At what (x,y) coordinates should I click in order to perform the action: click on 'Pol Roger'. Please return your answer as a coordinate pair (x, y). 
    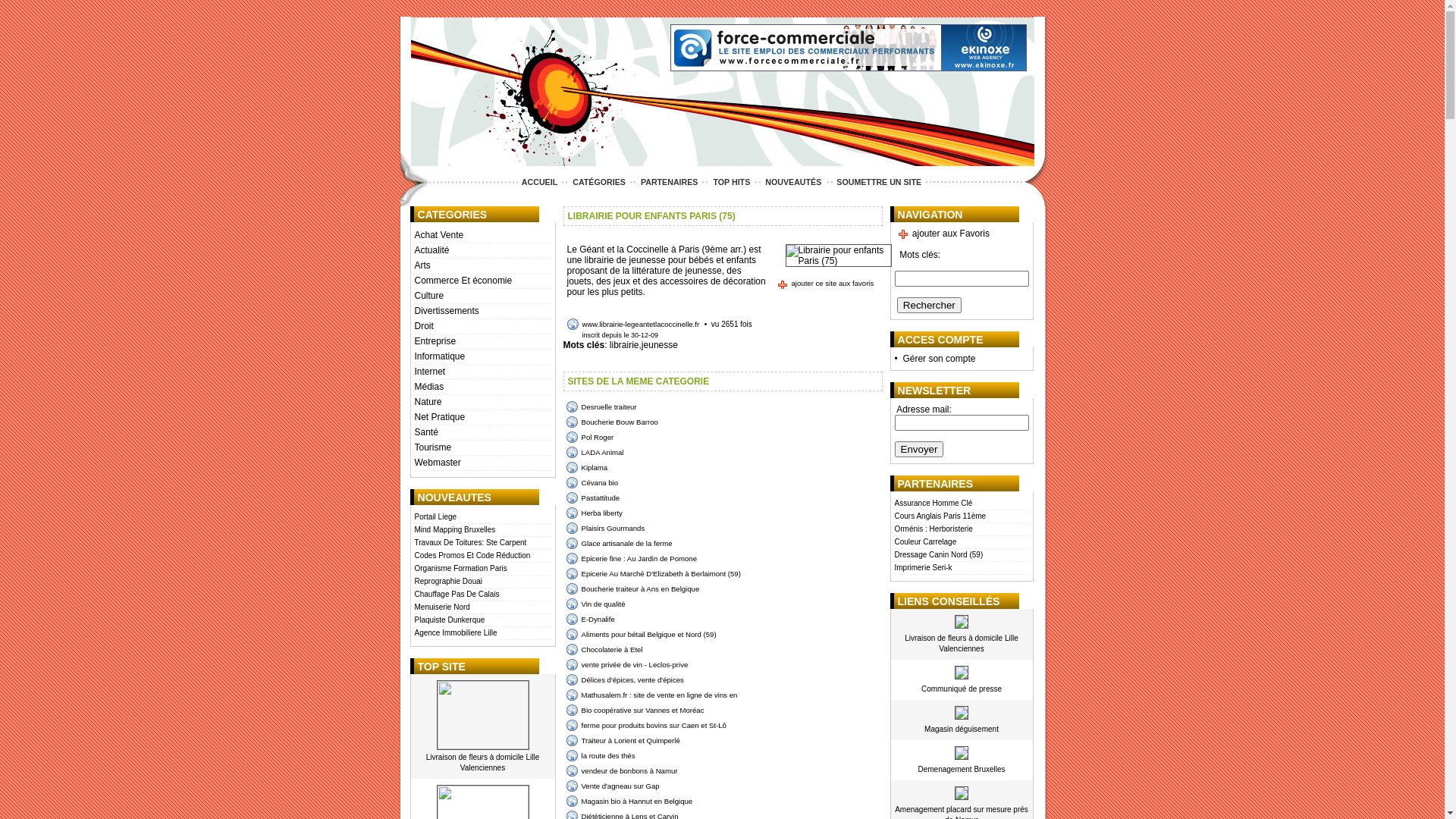
    Looking at the image, I should click on (588, 437).